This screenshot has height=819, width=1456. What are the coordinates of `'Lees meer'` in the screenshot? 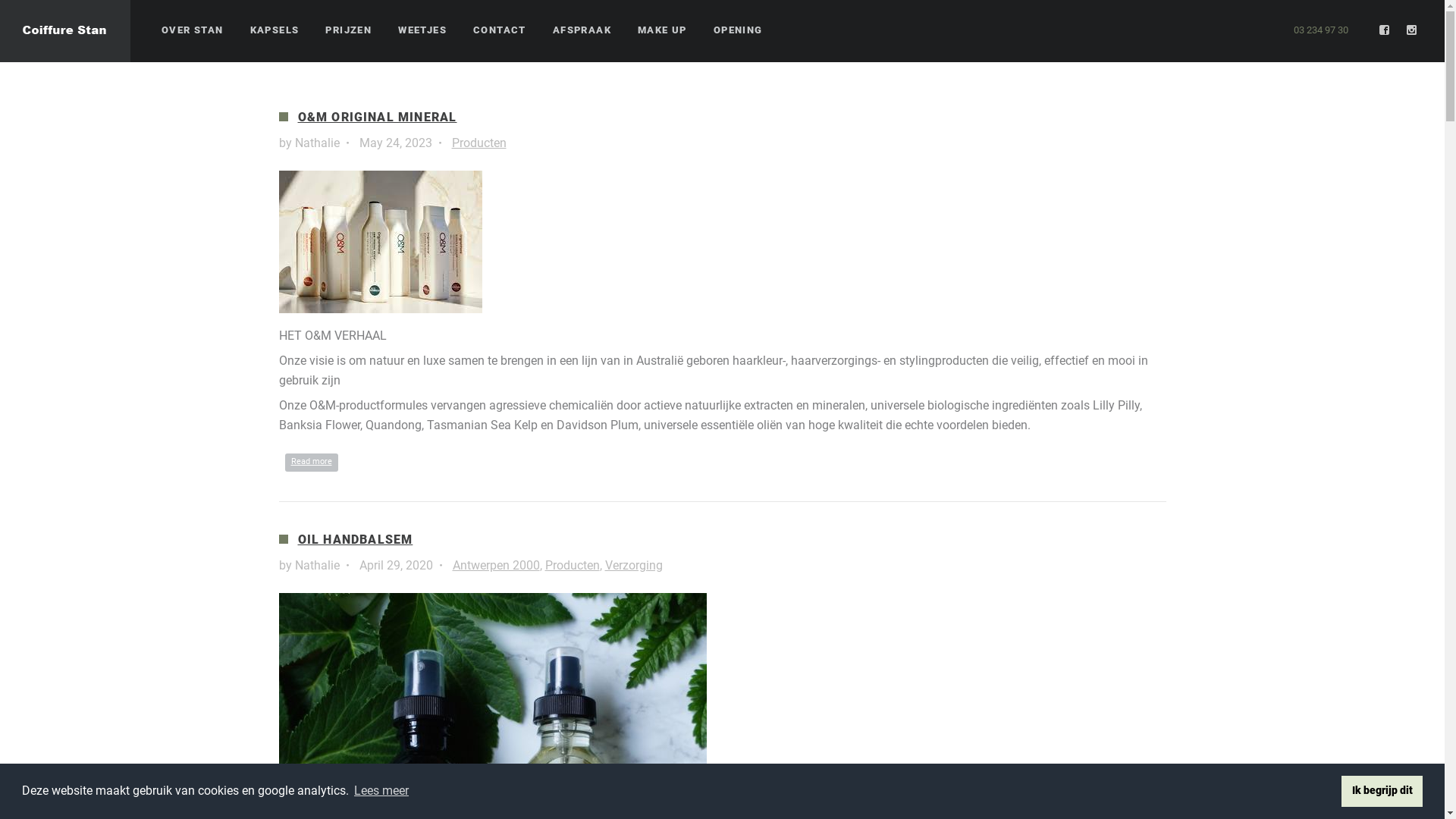 It's located at (381, 789).